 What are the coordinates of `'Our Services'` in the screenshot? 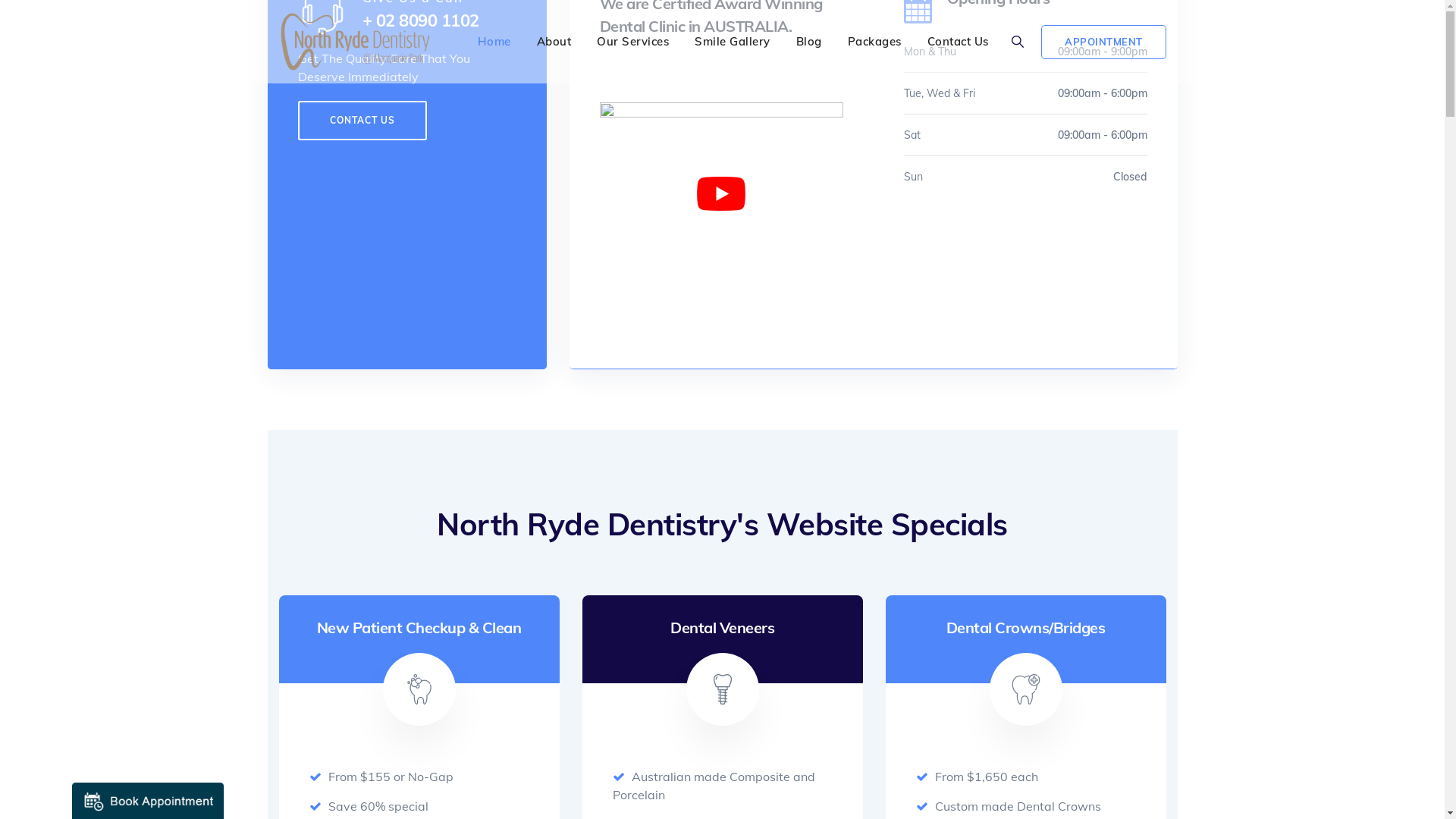 It's located at (632, 40).